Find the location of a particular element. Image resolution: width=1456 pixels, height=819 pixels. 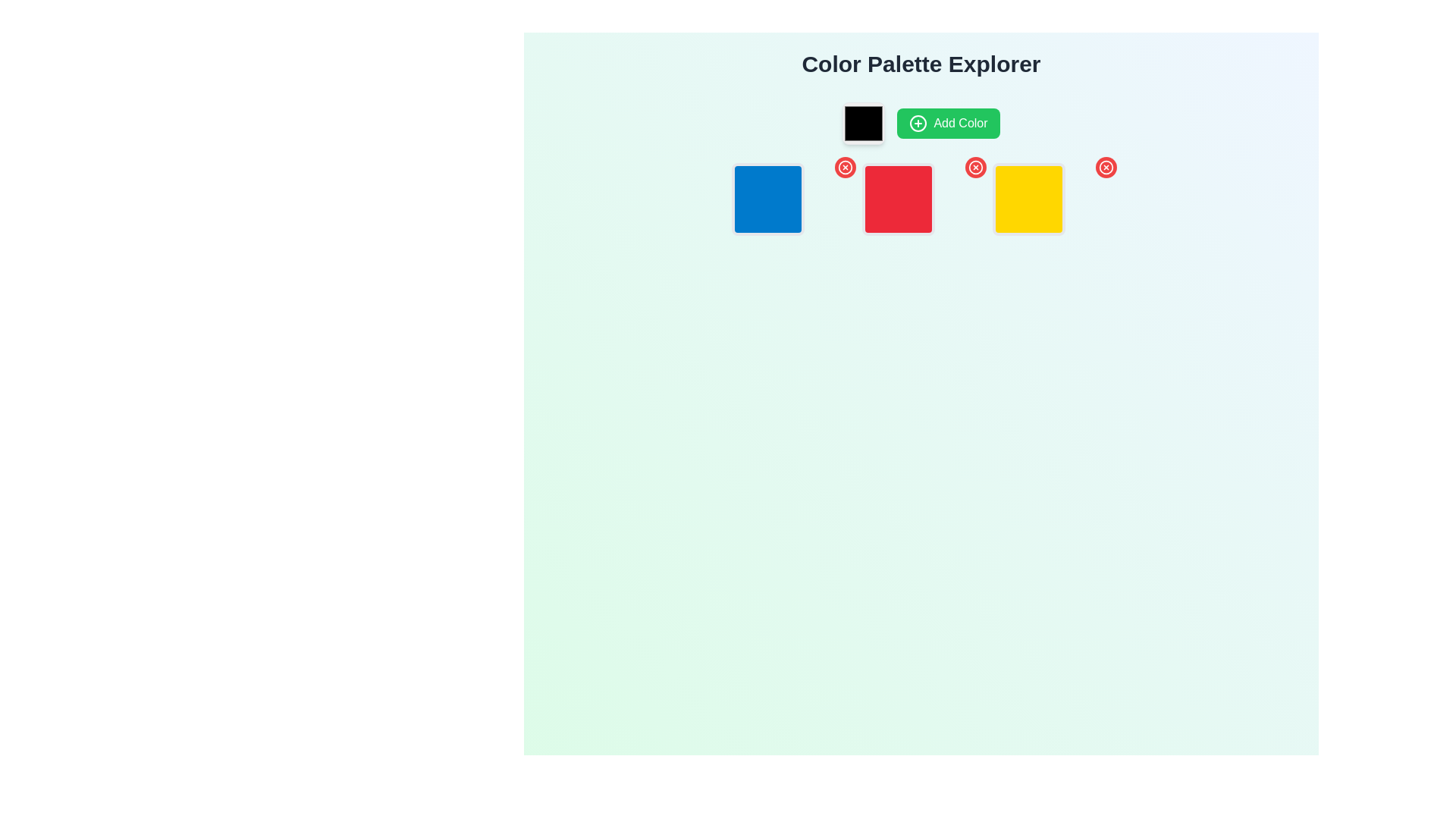

the 'Add Color' button, which features a green background, white text, and a circular plus icon, to observe the hover effect is located at coordinates (948, 122).